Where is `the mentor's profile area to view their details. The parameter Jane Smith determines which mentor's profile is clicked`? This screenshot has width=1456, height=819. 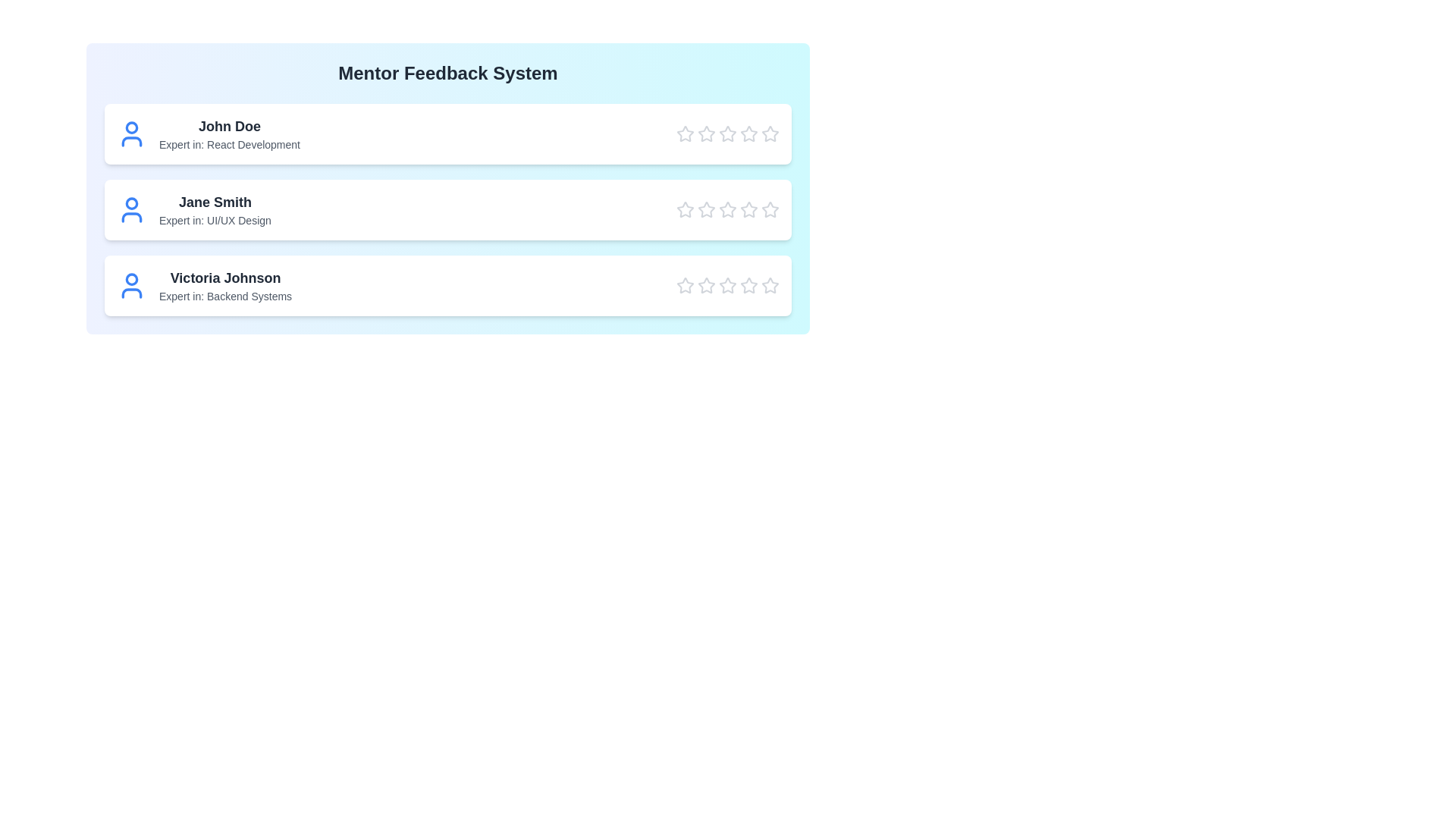
the mentor's profile area to view their details. The parameter Jane Smith determines which mentor's profile is clicked is located at coordinates (214, 201).